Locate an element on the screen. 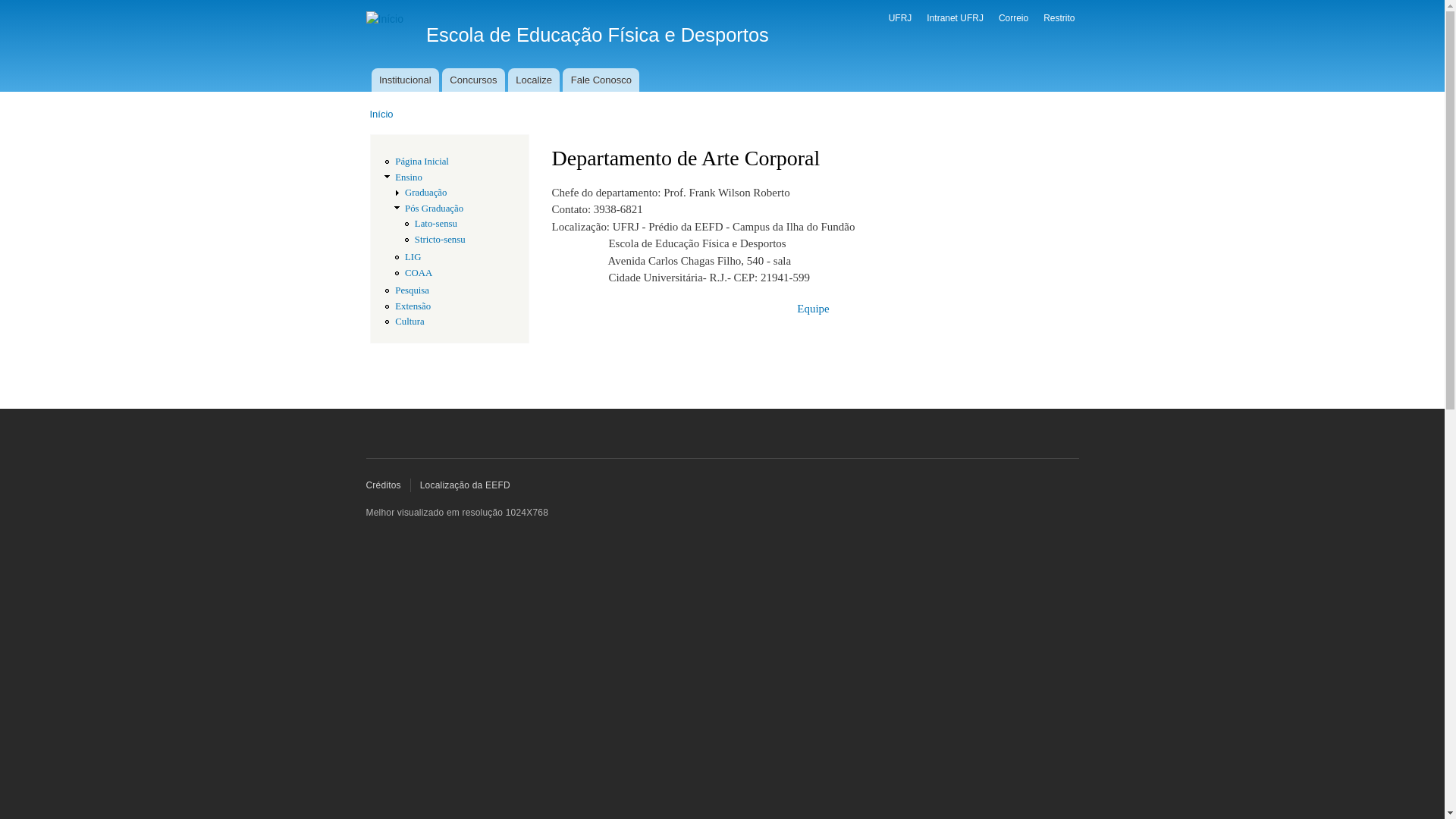 Image resolution: width=1456 pixels, height=819 pixels. 'COAA' is located at coordinates (419, 271).